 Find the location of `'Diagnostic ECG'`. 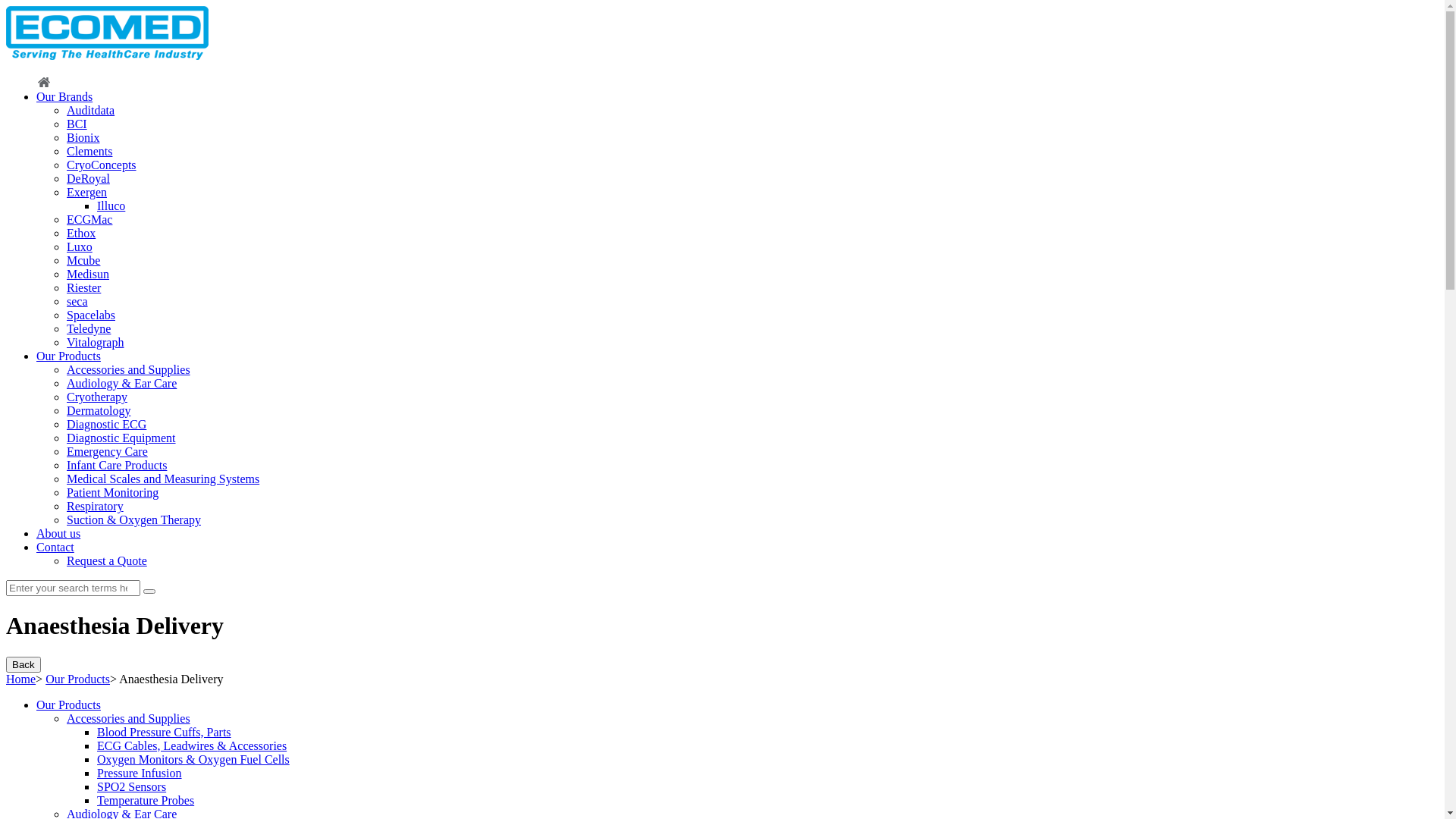

'Diagnostic ECG' is located at coordinates (105, 424).